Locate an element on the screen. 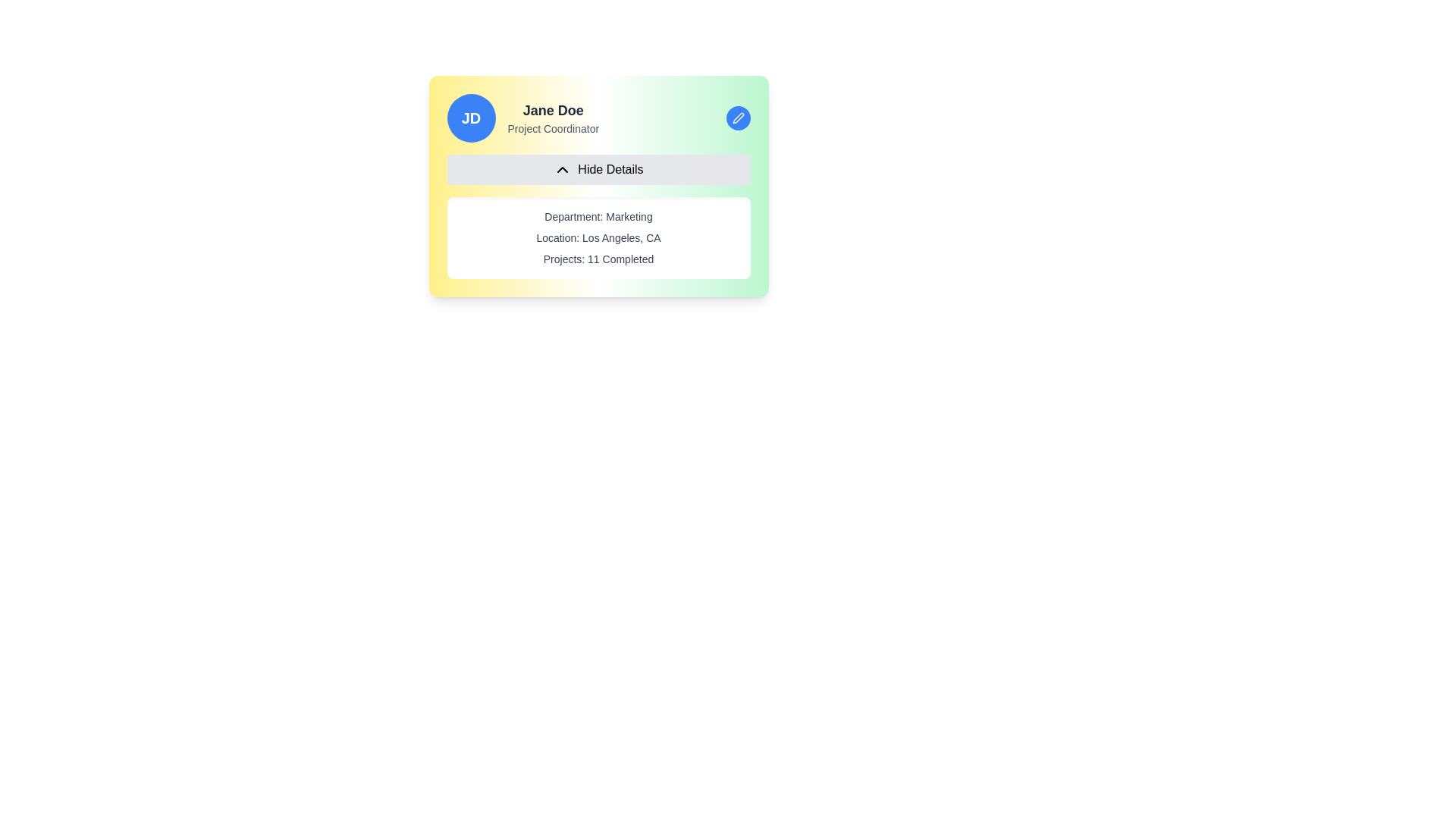  the toggle button located below 'Jane Doe, Project Coordinator' to experience hover effects is located at coordinates (598, 169).